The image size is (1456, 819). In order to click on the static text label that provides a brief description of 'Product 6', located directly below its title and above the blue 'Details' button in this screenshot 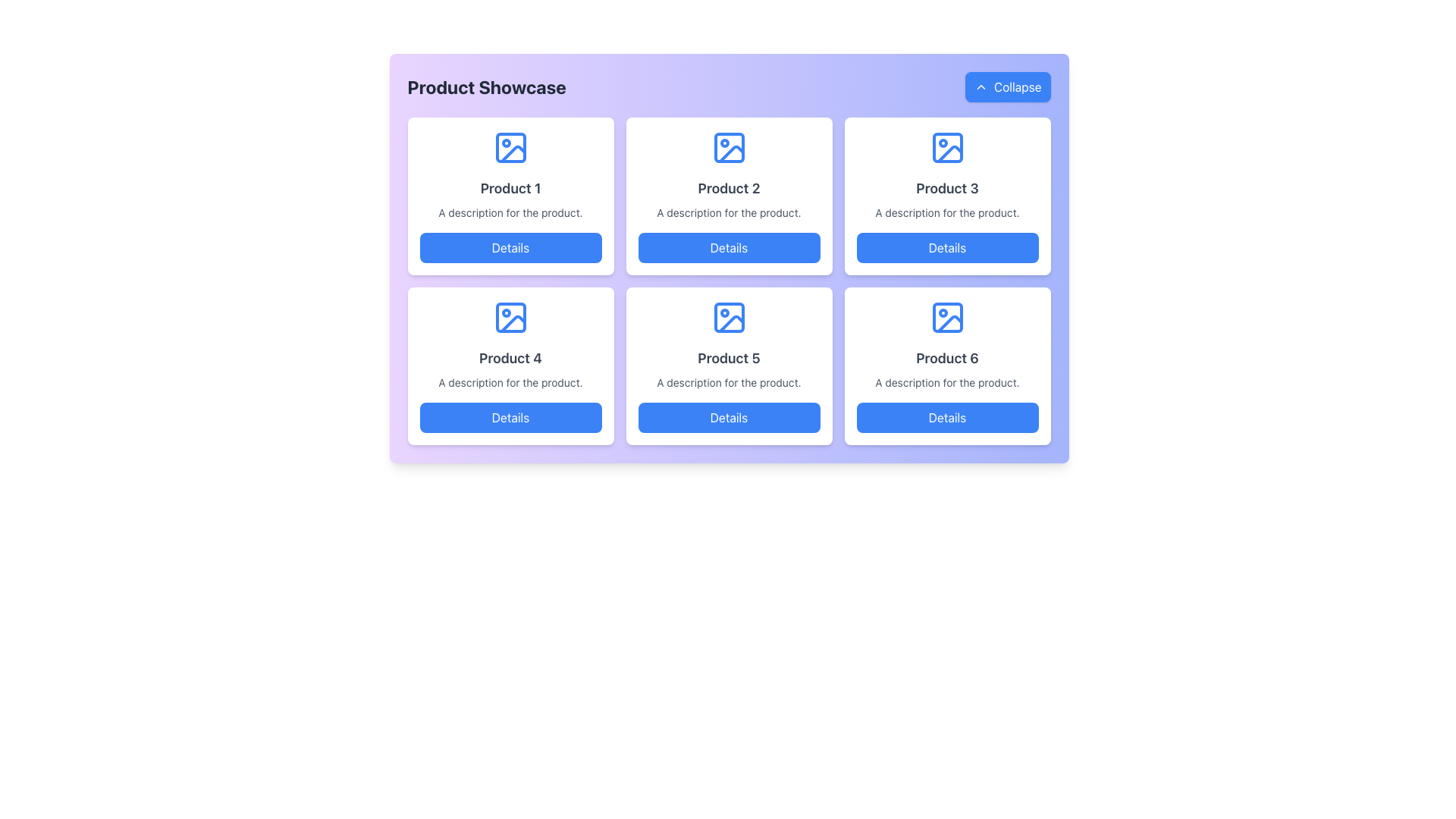, I will do `click(946, 382)`.